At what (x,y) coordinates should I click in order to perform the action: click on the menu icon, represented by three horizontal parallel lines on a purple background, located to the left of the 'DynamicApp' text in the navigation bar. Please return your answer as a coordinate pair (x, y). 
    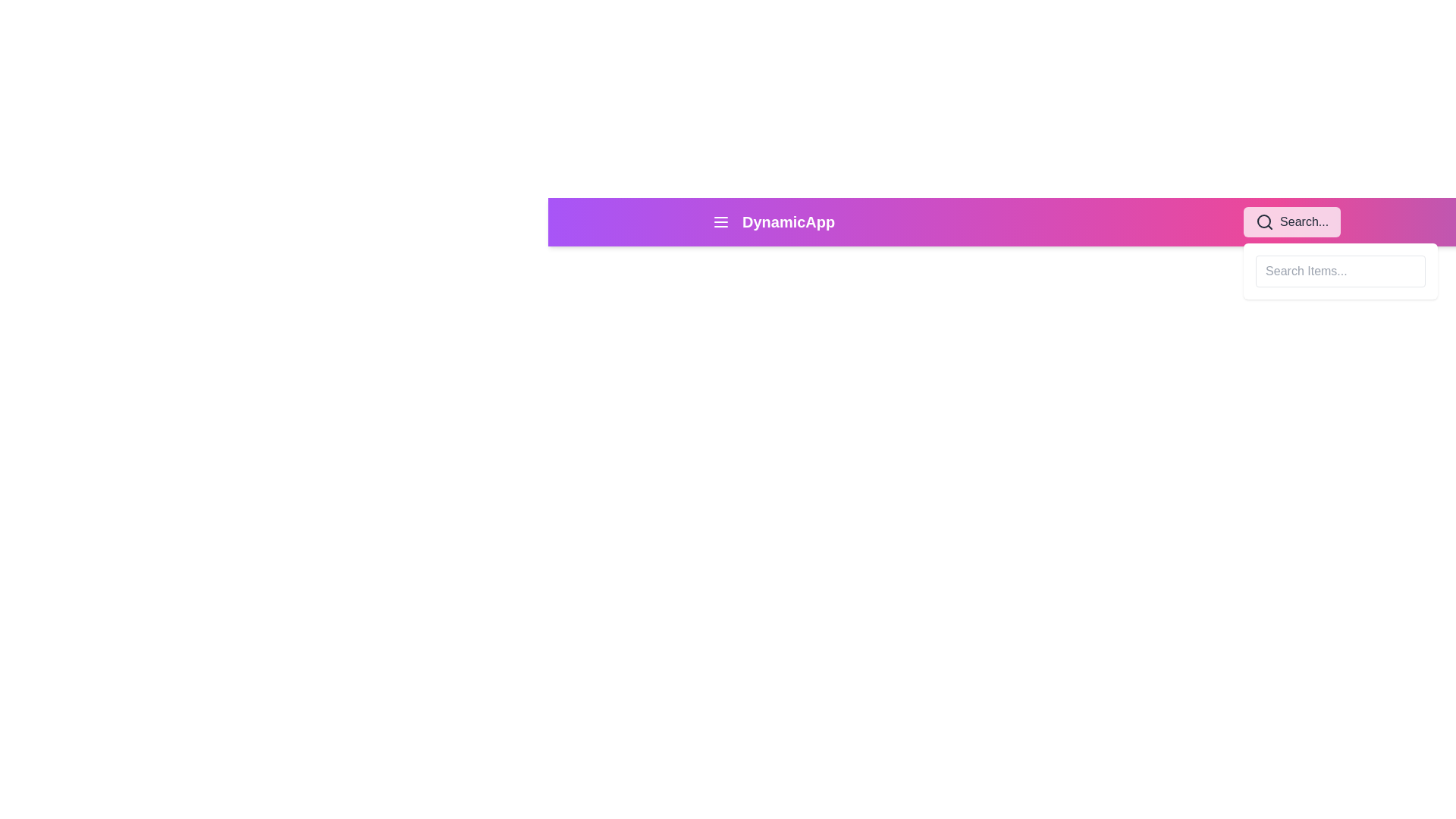
    Looking at the image, I should click on (720, 222).